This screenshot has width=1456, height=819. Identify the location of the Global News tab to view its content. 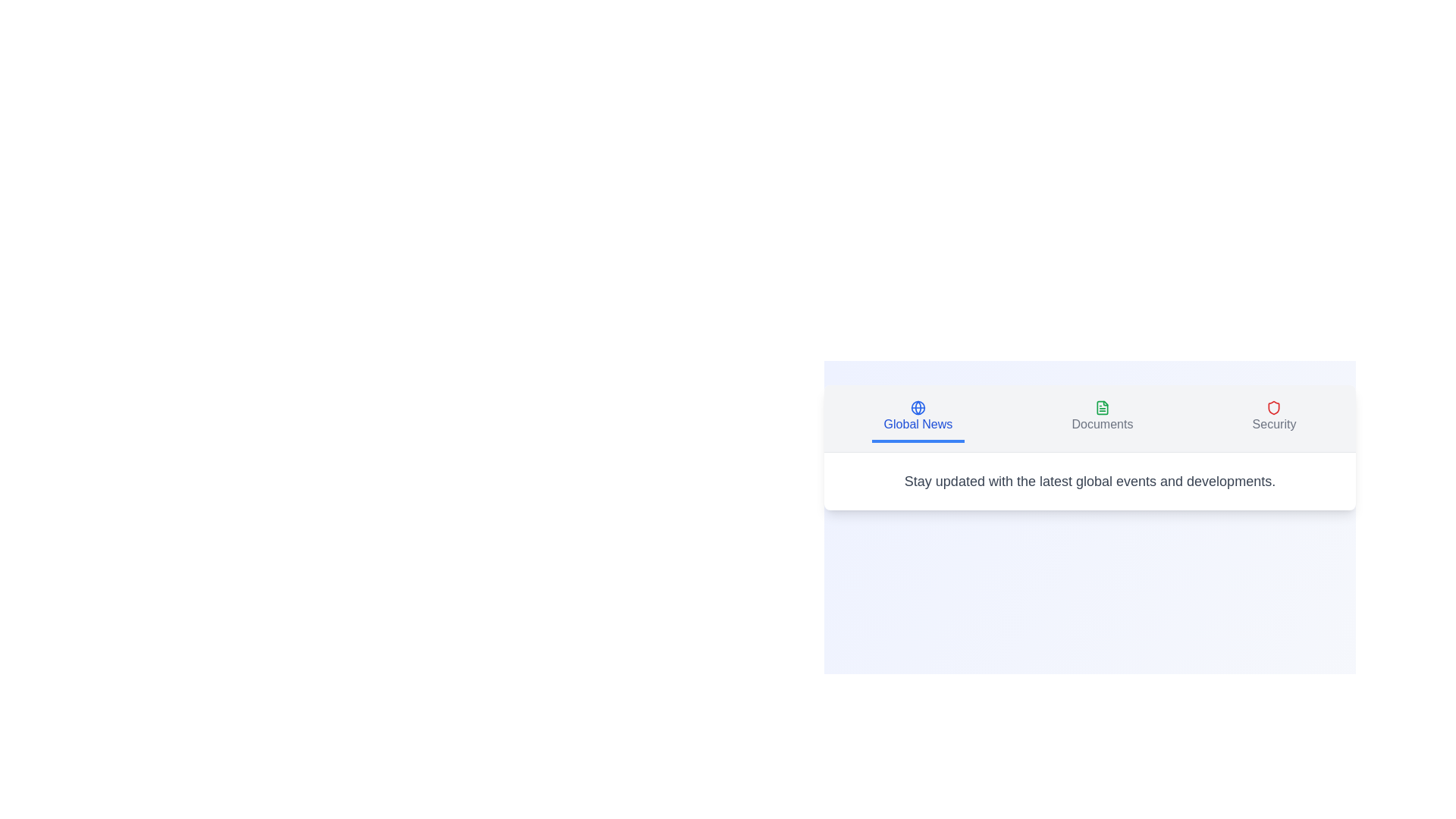
(916, 418).